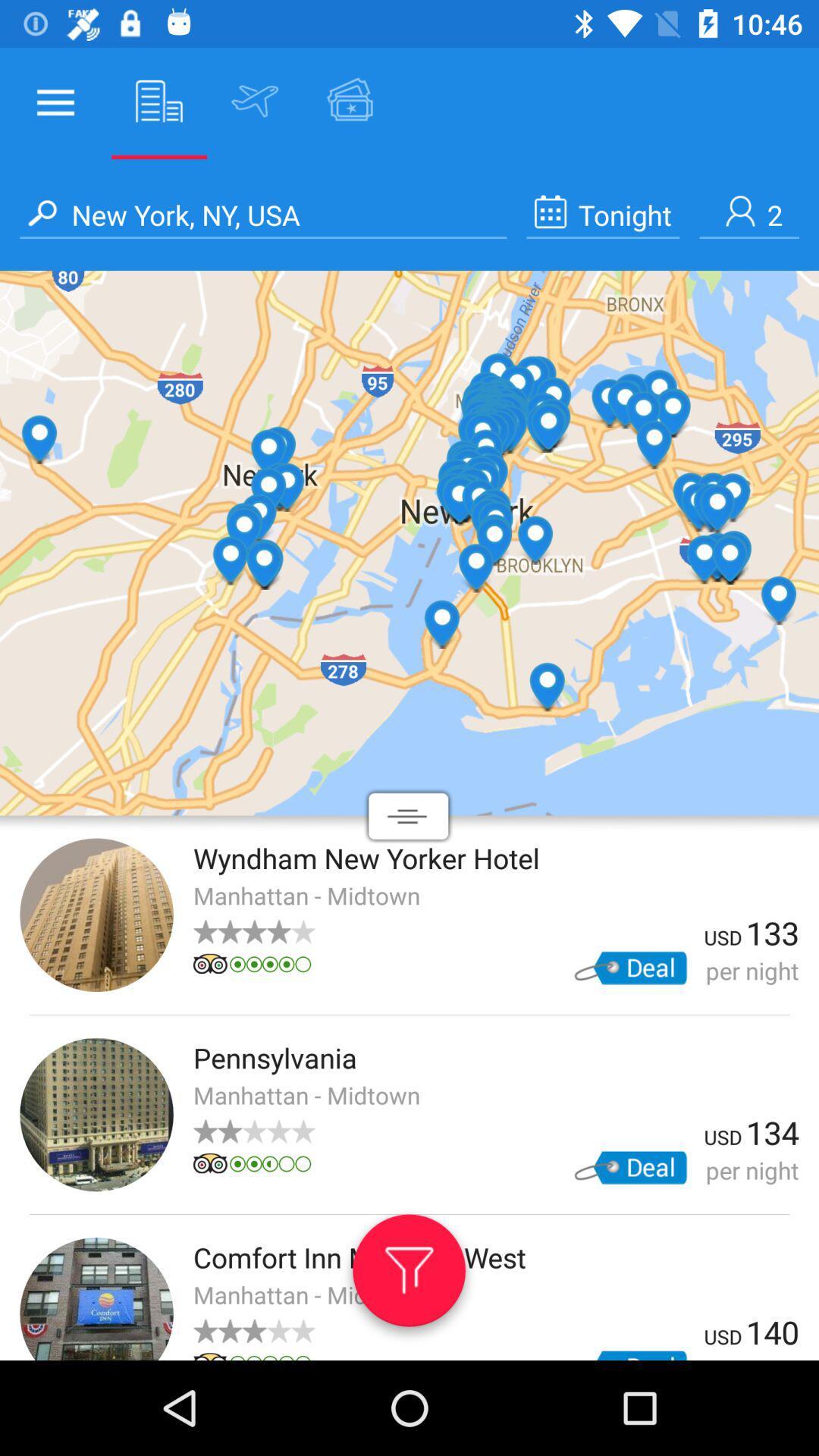 This screenshot has width=819, height=1456. What do you see at coordinates (408, 1276) in the screenshot?
I see `the filter icon` at bounding box center [408, 1276].